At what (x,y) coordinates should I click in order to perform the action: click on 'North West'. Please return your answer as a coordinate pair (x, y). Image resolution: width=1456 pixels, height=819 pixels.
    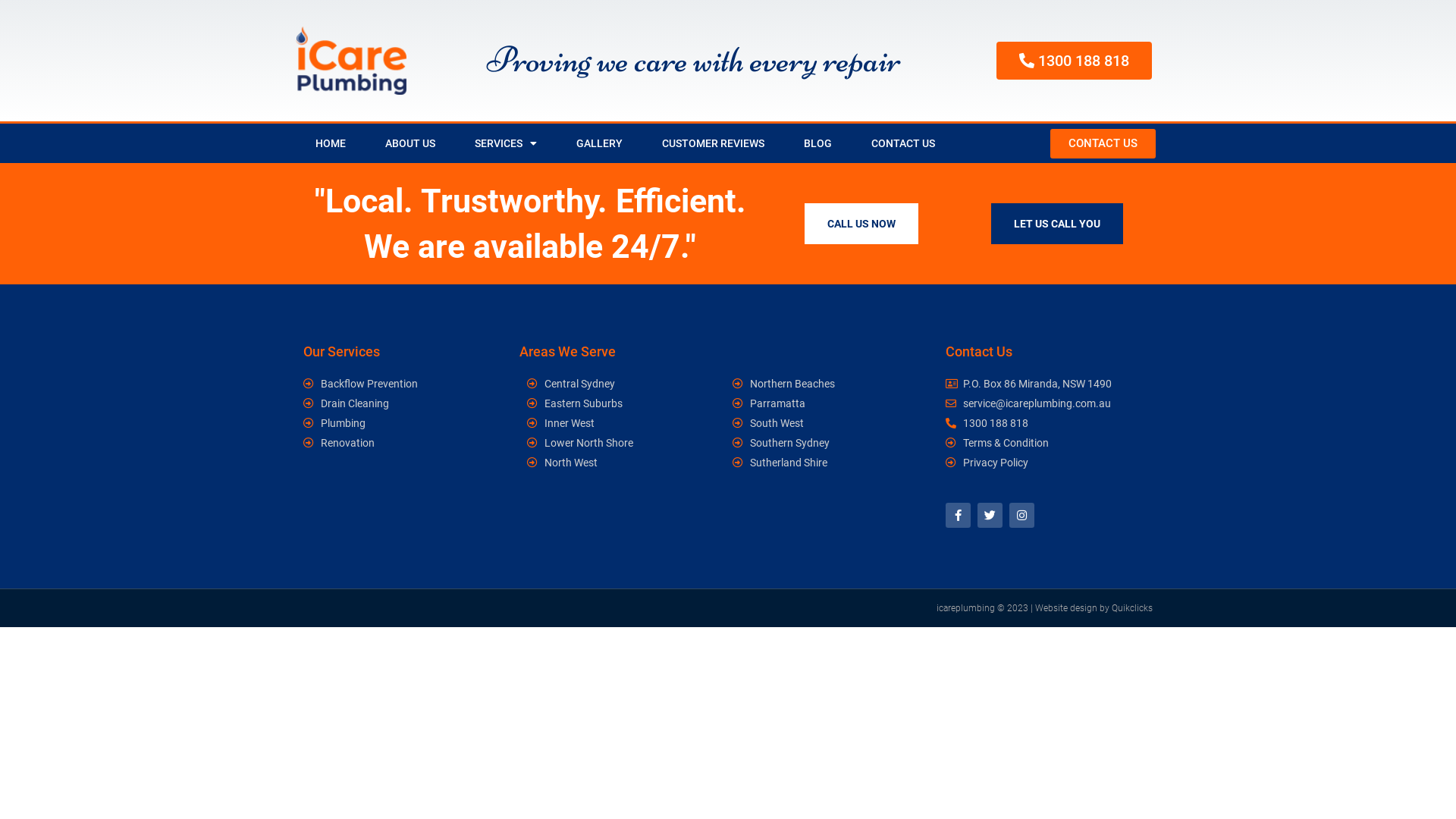
    Looking at the image, I should click on (622, 461).